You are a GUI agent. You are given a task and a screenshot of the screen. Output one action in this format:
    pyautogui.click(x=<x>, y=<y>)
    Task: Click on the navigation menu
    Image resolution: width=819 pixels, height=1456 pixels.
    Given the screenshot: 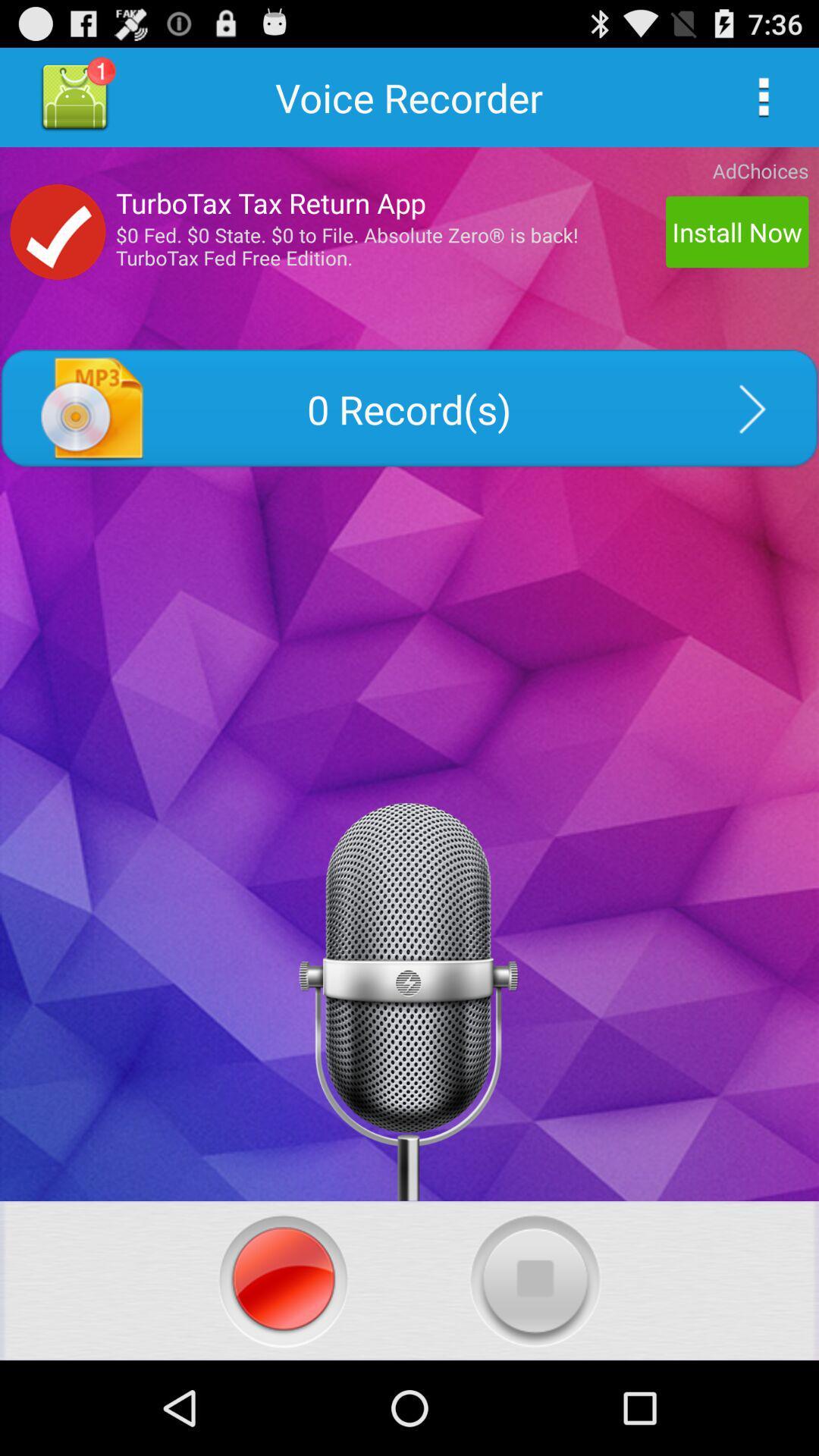 What is the action you would take?
    pyautogui.click(x=763, y=96)
    